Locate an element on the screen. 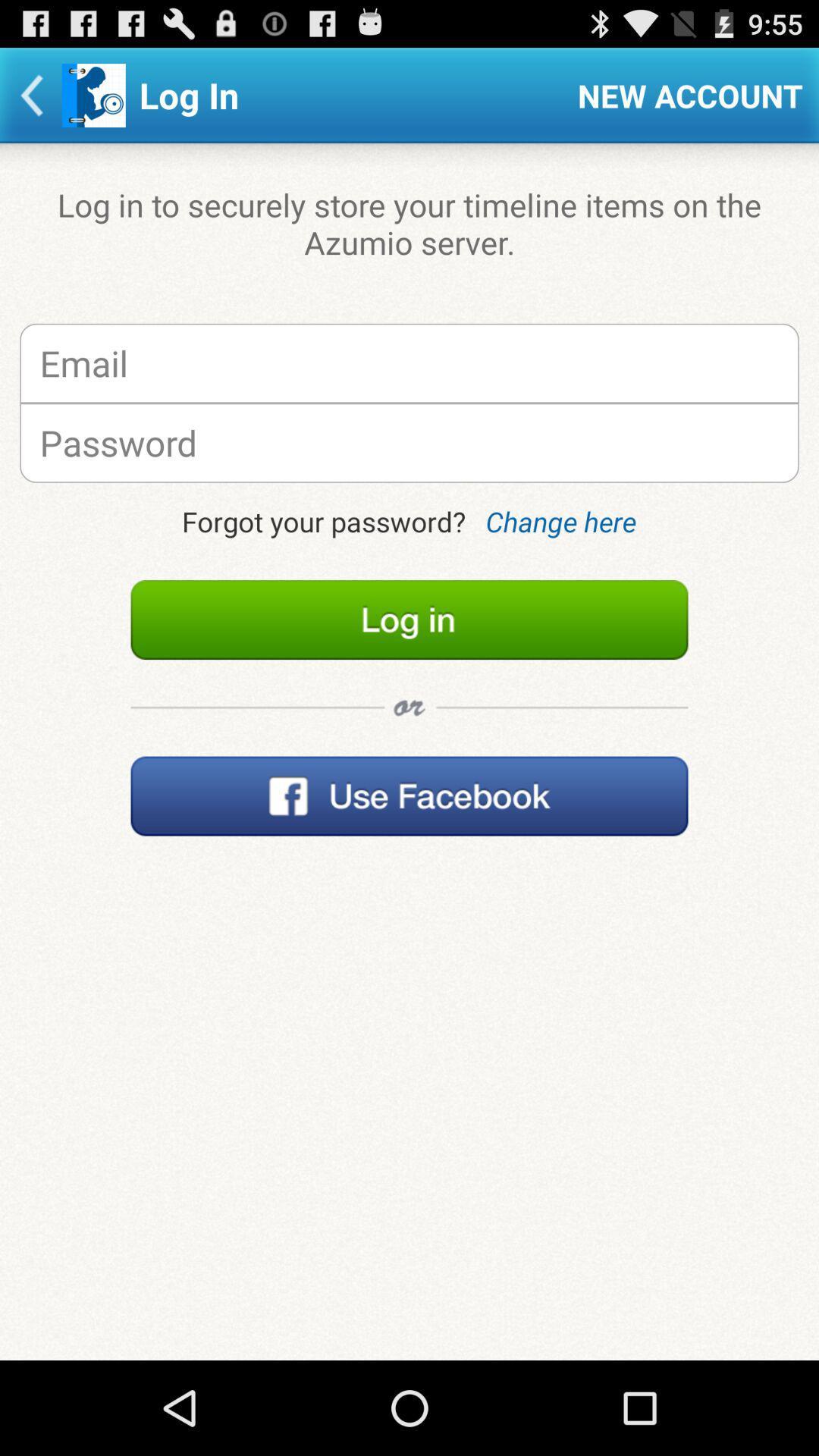 This screenshot has width=819, height=1456. item below the forgot your password? icon is located at coordinates (409, 620).